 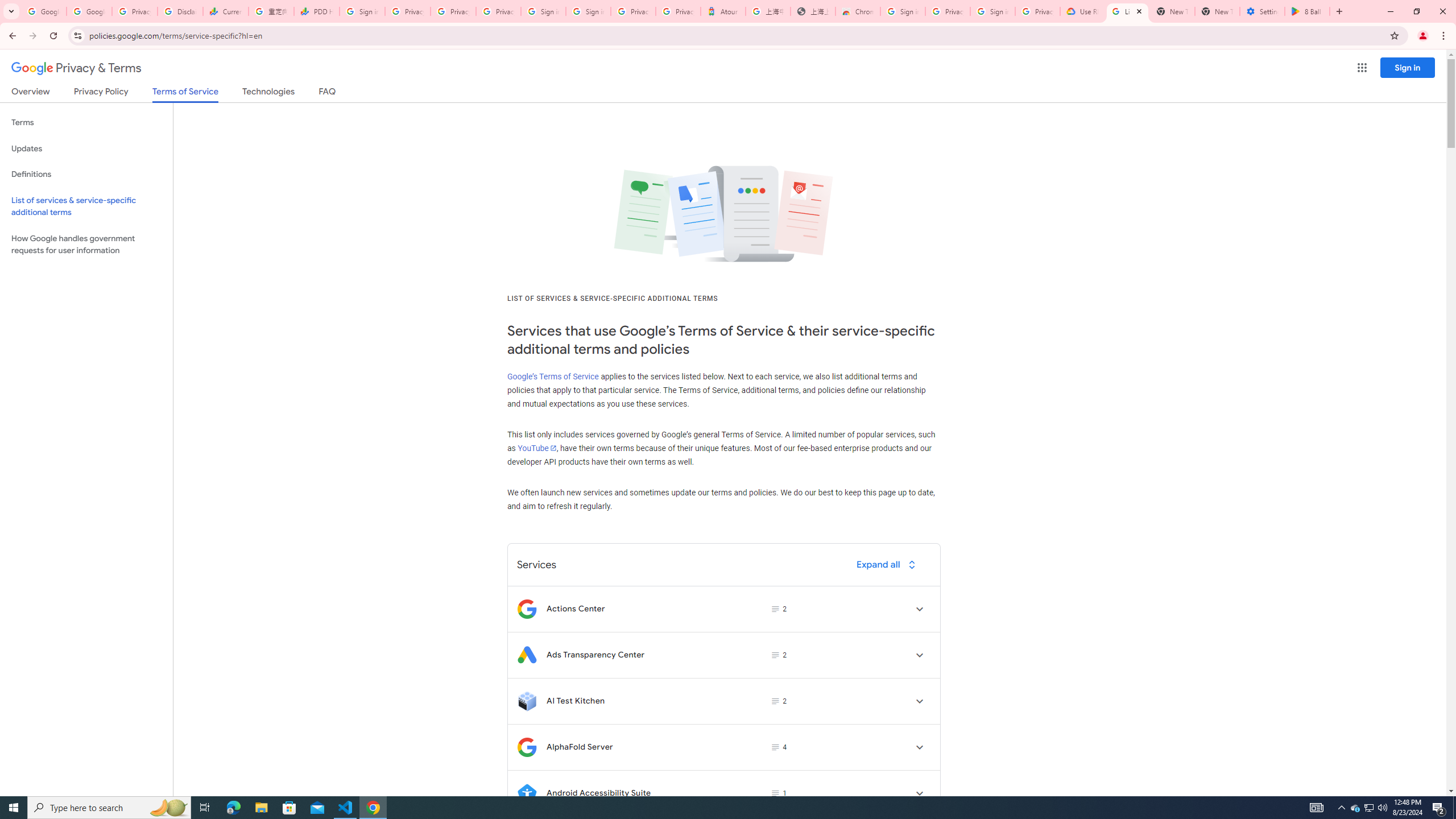 What do you see at coordinates (526, 793) in the screenshot?
I see `'Logo for Android Accessibility Suite'` at bounding box center [526, 793].